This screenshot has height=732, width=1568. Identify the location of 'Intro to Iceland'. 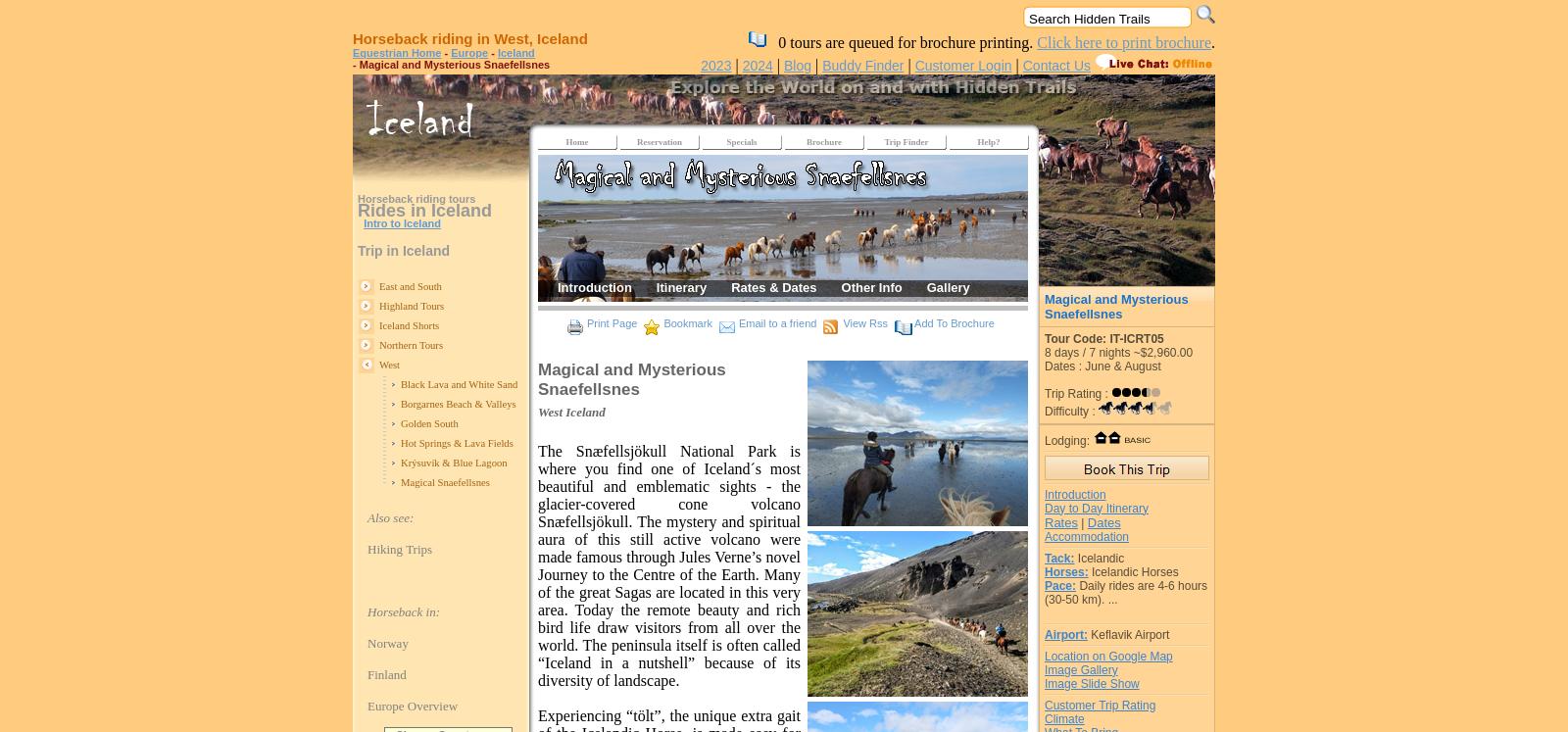
(400, 221).